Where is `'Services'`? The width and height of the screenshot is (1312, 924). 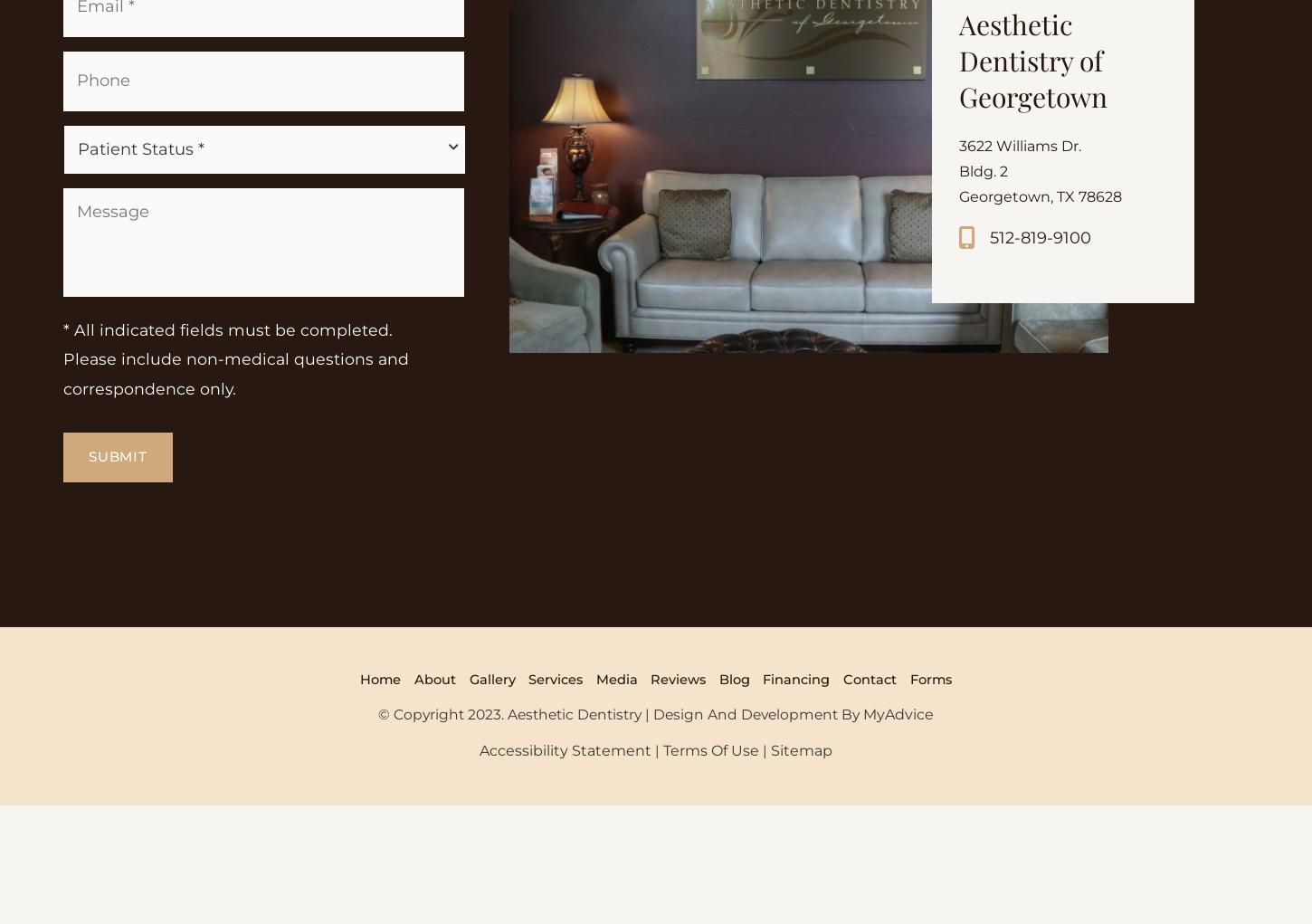
'Services' is located at coordinates (523, 802).